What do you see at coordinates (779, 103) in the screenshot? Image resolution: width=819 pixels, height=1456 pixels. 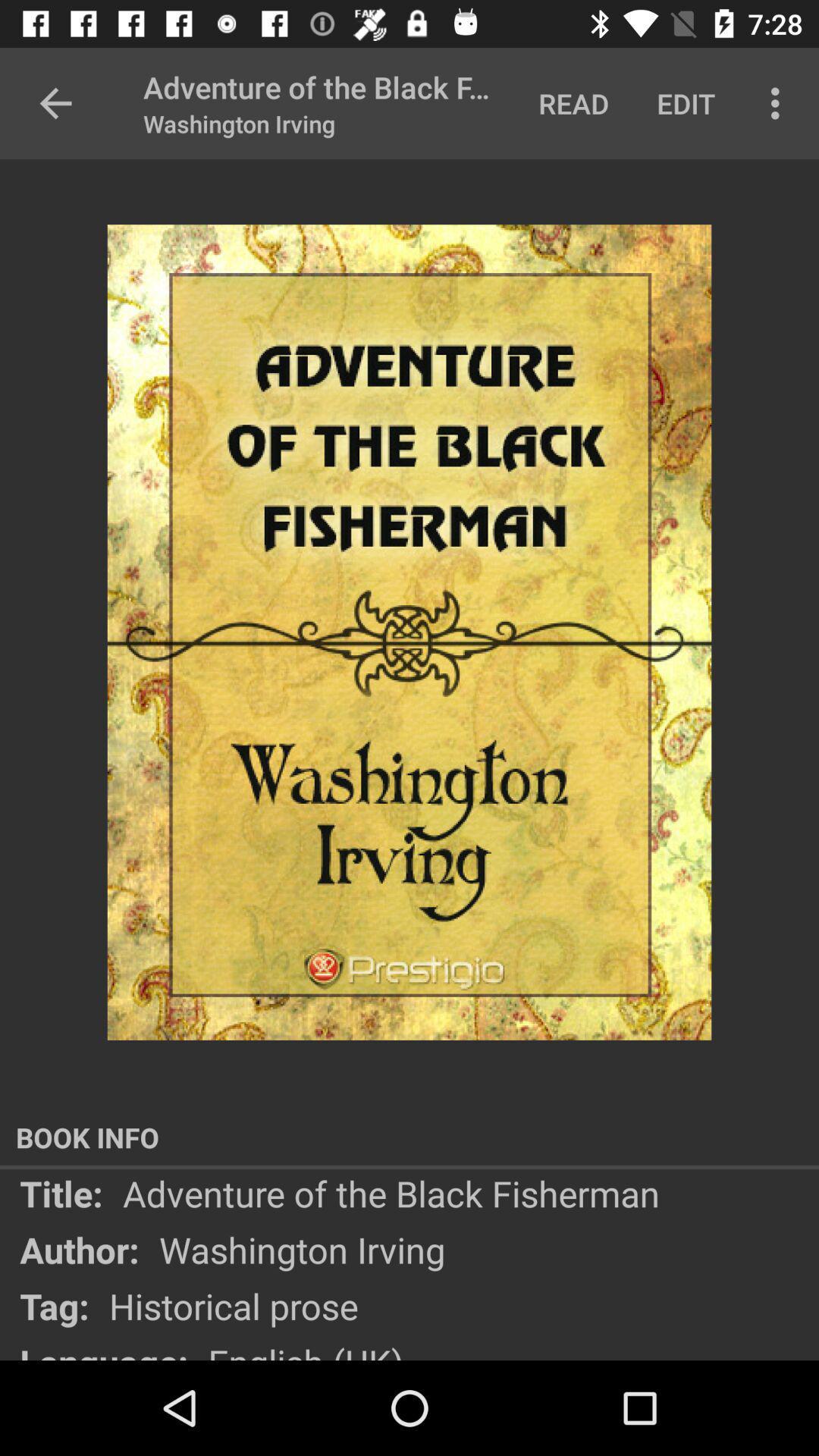 I see `the more option icon to the right of edit text` at bounding box center [779, 103].